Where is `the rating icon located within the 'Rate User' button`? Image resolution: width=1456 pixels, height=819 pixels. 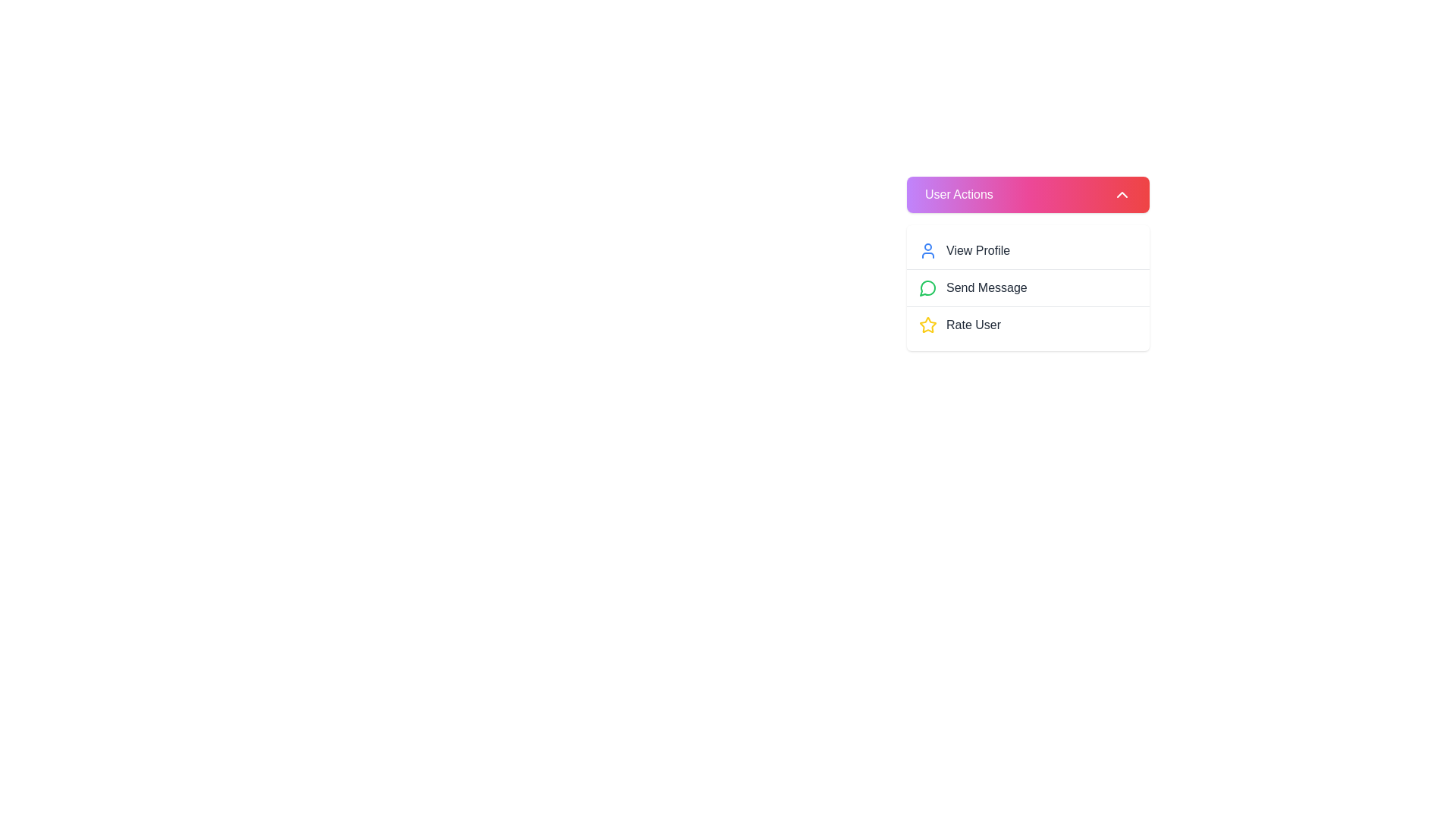 the rating icon located within the 'Rate User' button is located at coordinates (927, 324).